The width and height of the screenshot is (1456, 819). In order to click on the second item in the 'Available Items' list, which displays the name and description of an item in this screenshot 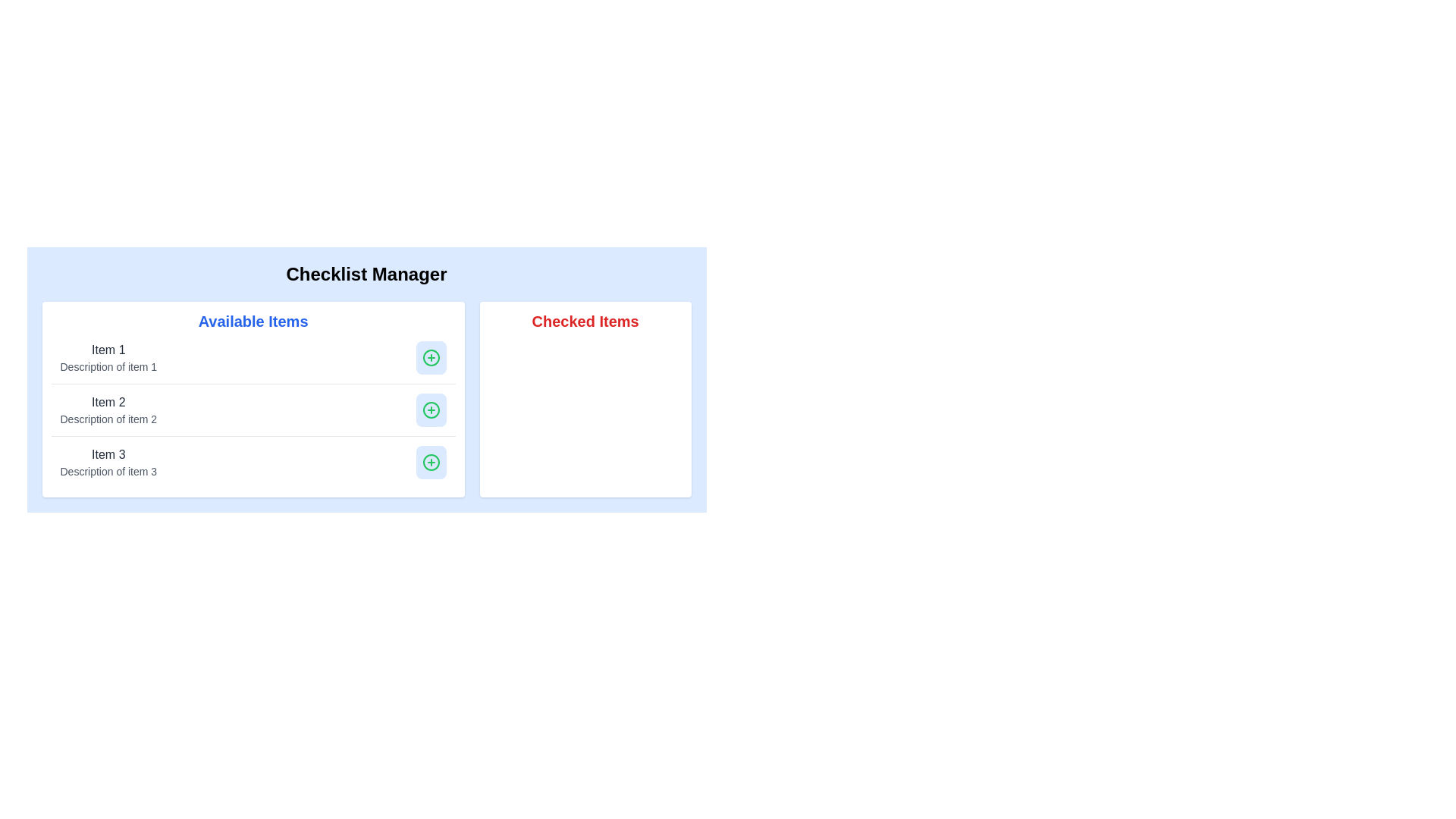, I will do `click(108, 409)`.